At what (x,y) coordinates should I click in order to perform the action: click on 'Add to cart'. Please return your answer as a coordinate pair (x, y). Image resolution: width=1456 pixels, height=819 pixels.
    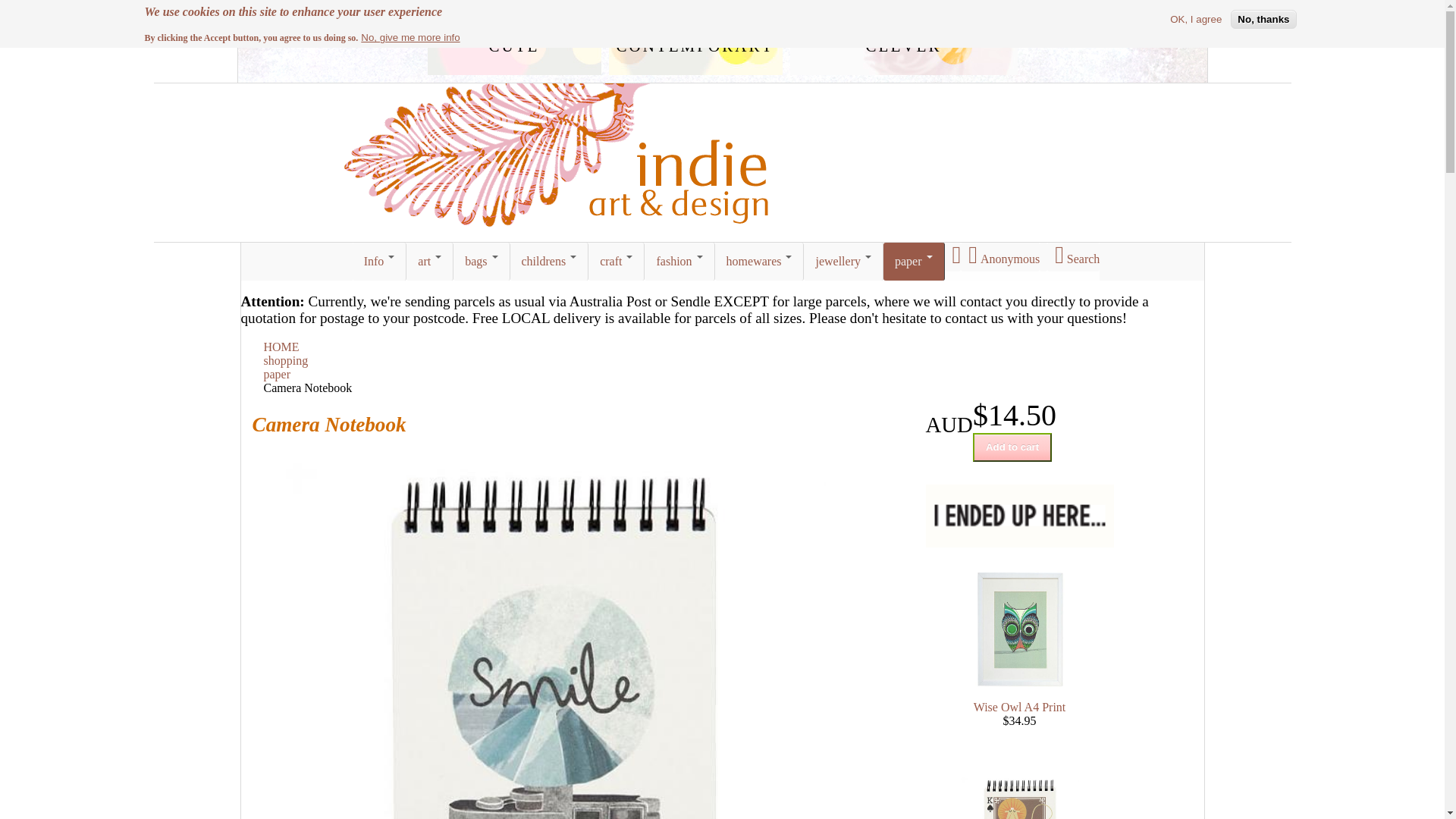
    Looking at the image, I should click on (972, 447).